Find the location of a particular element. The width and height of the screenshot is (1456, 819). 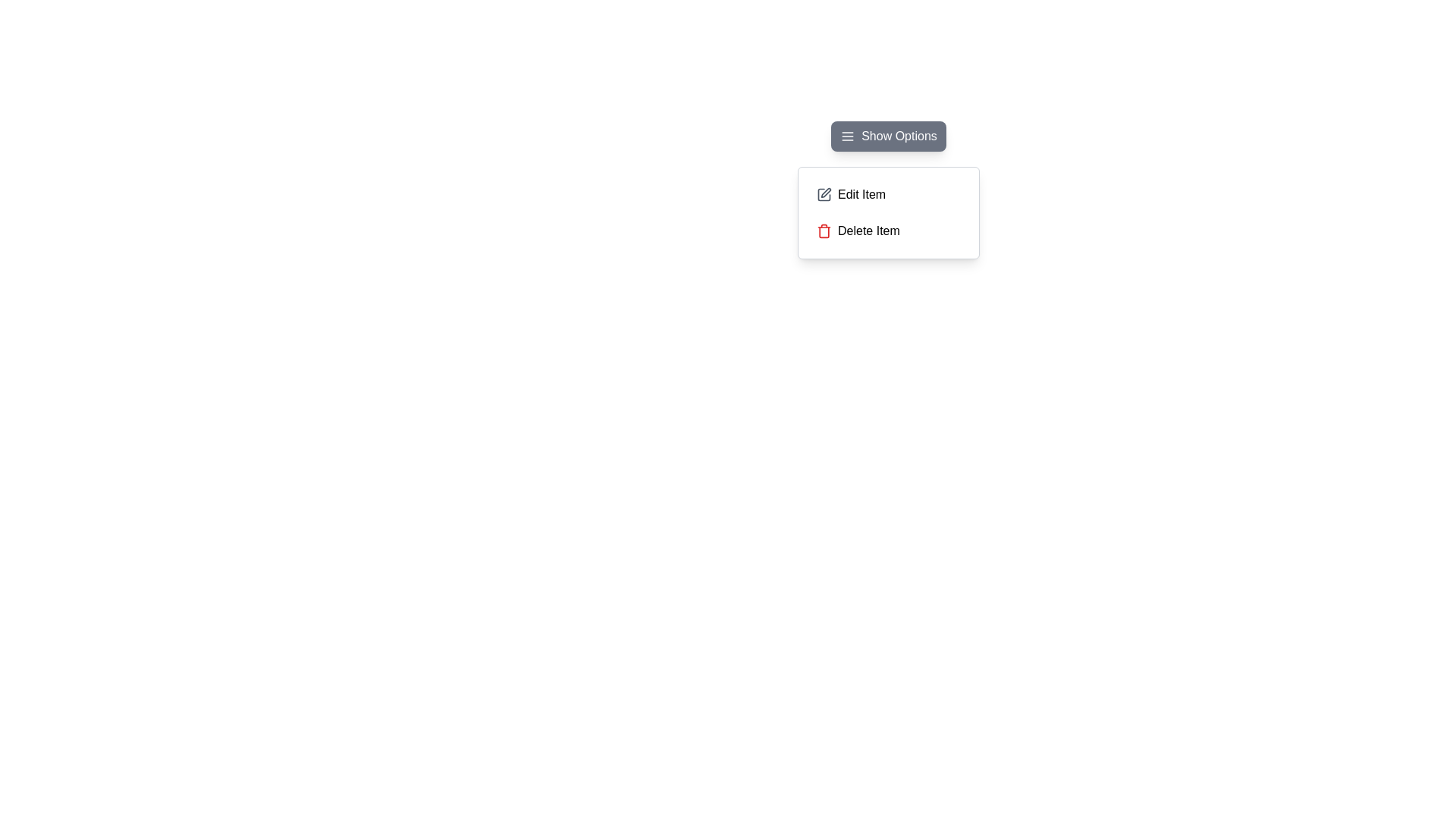

the menu icon consisting of three horizontally aligned lines, which is embedded in the 'Show Options' button and positioned at its left side is located at coordinates (847, 136).